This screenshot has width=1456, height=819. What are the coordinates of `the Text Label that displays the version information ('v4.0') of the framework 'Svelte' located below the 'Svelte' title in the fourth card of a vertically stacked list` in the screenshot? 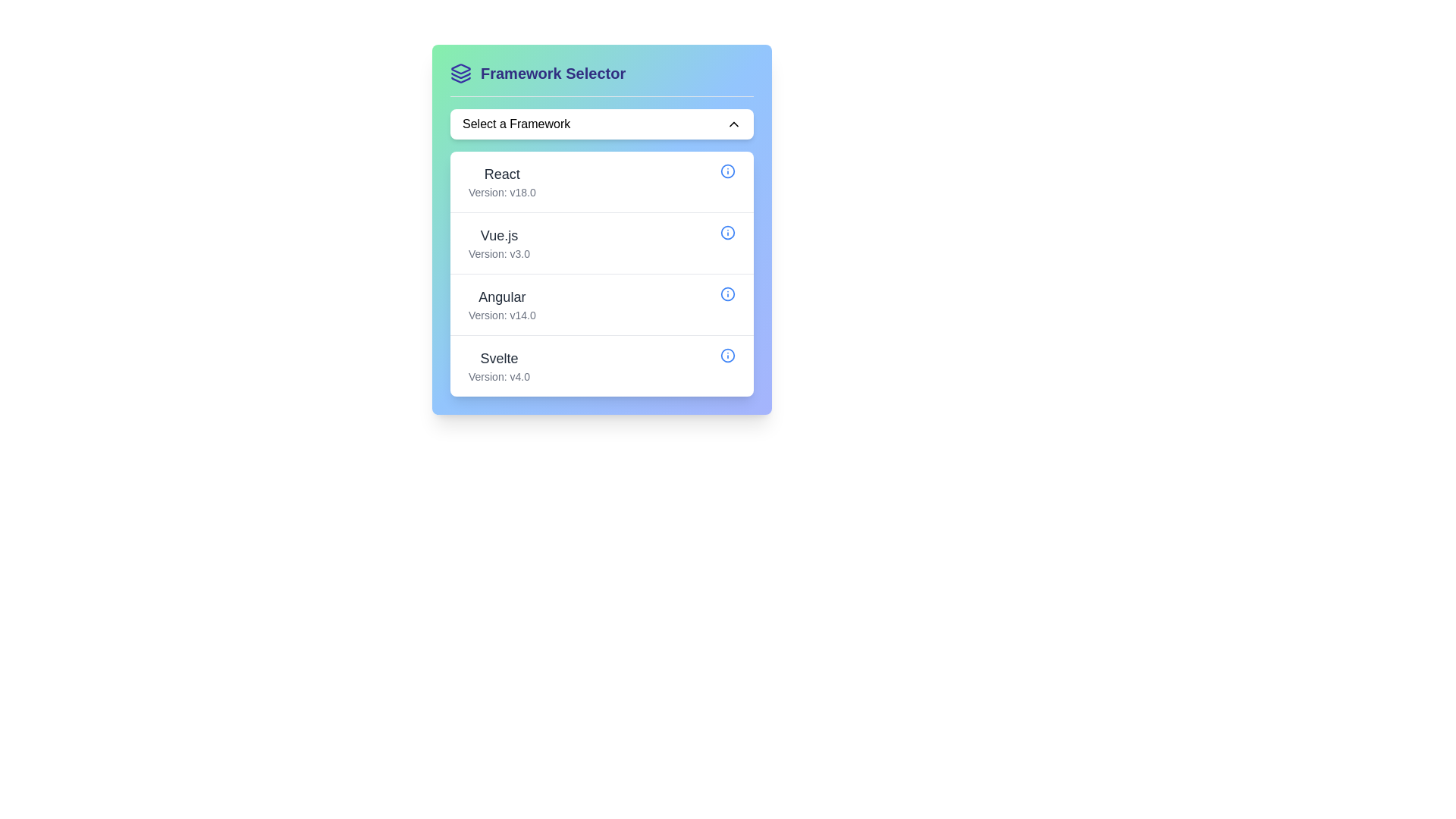 It's located at (499, 376).